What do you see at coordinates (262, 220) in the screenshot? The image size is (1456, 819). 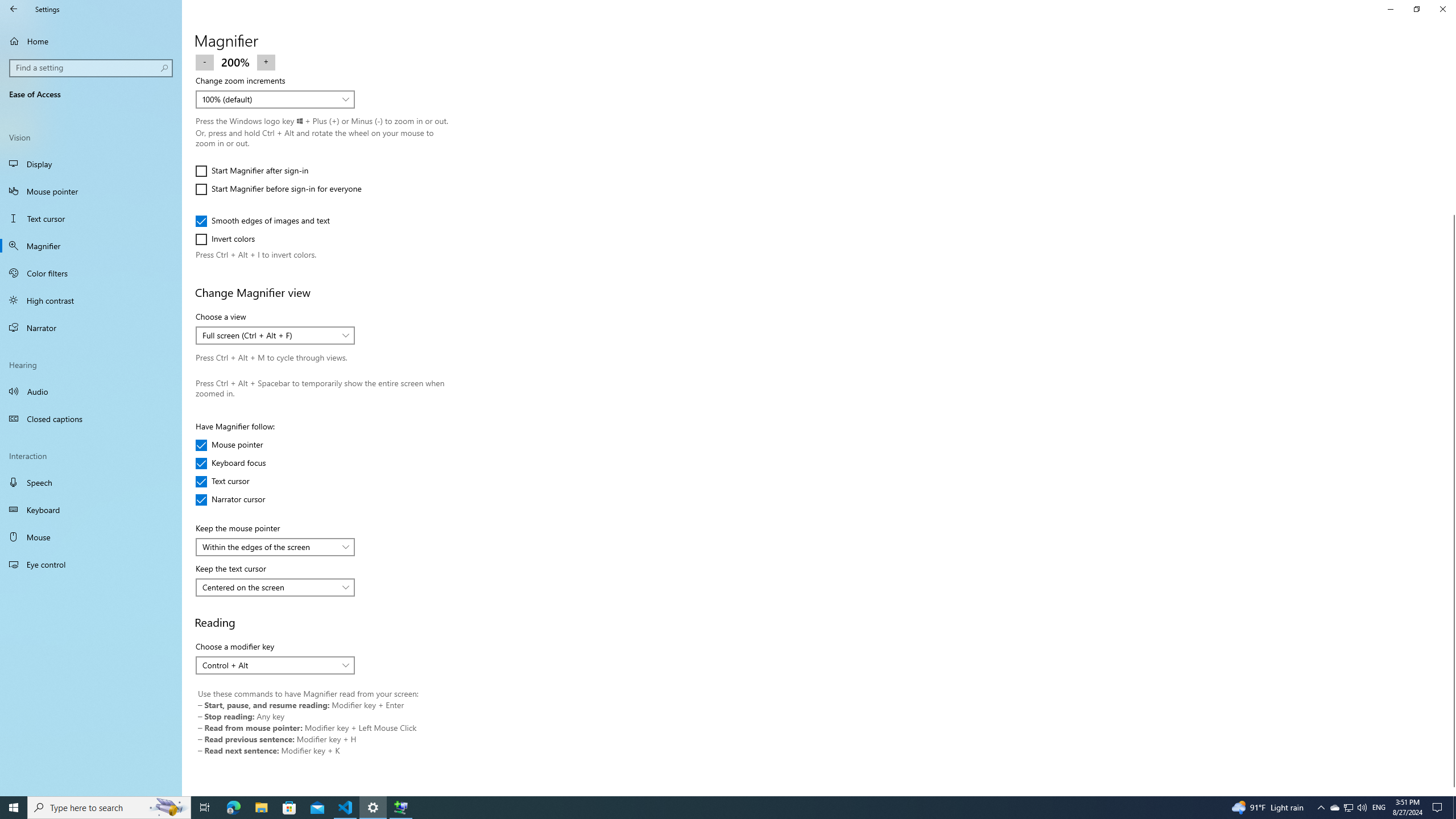 I see `'Smooth edges of images and text'` at bounding box center [262, 220].